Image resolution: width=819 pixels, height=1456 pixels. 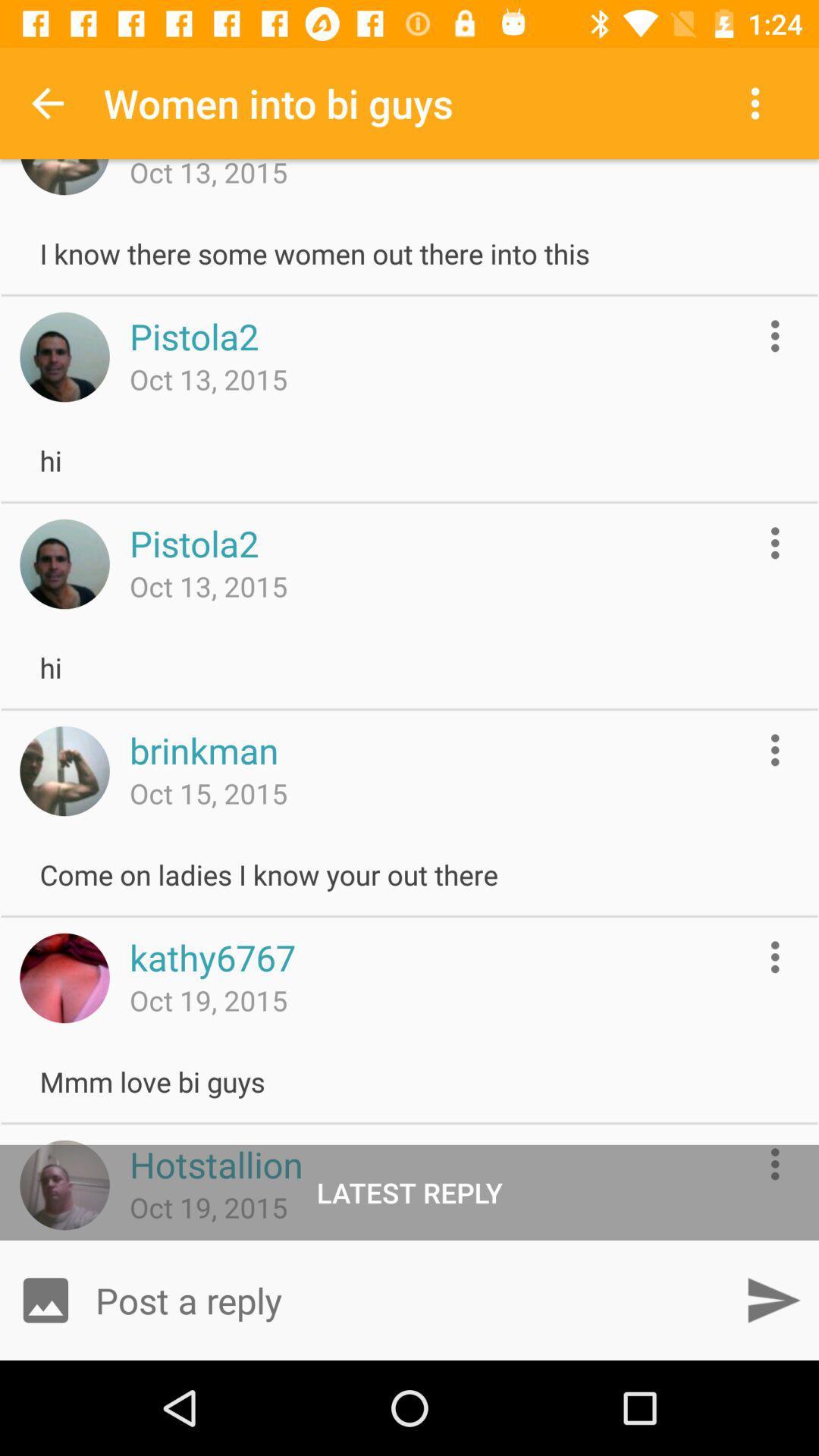 What do you see at coordinates (775, 543) in the screenshot?
I see `more options` at bounding box center [775, 543].